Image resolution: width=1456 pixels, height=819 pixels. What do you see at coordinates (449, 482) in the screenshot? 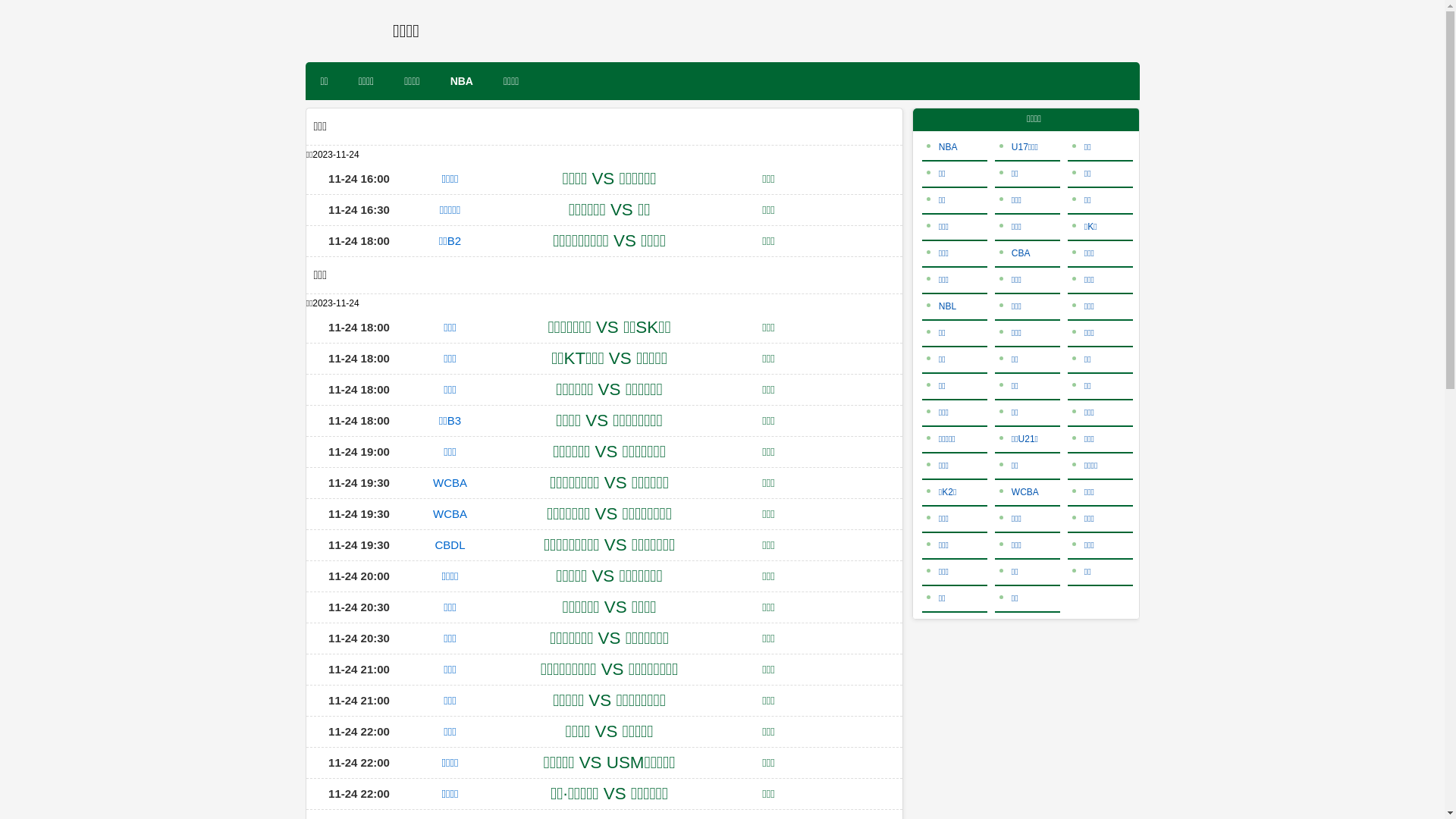
I see `'WCBA'` at bounding box center [449, 482].